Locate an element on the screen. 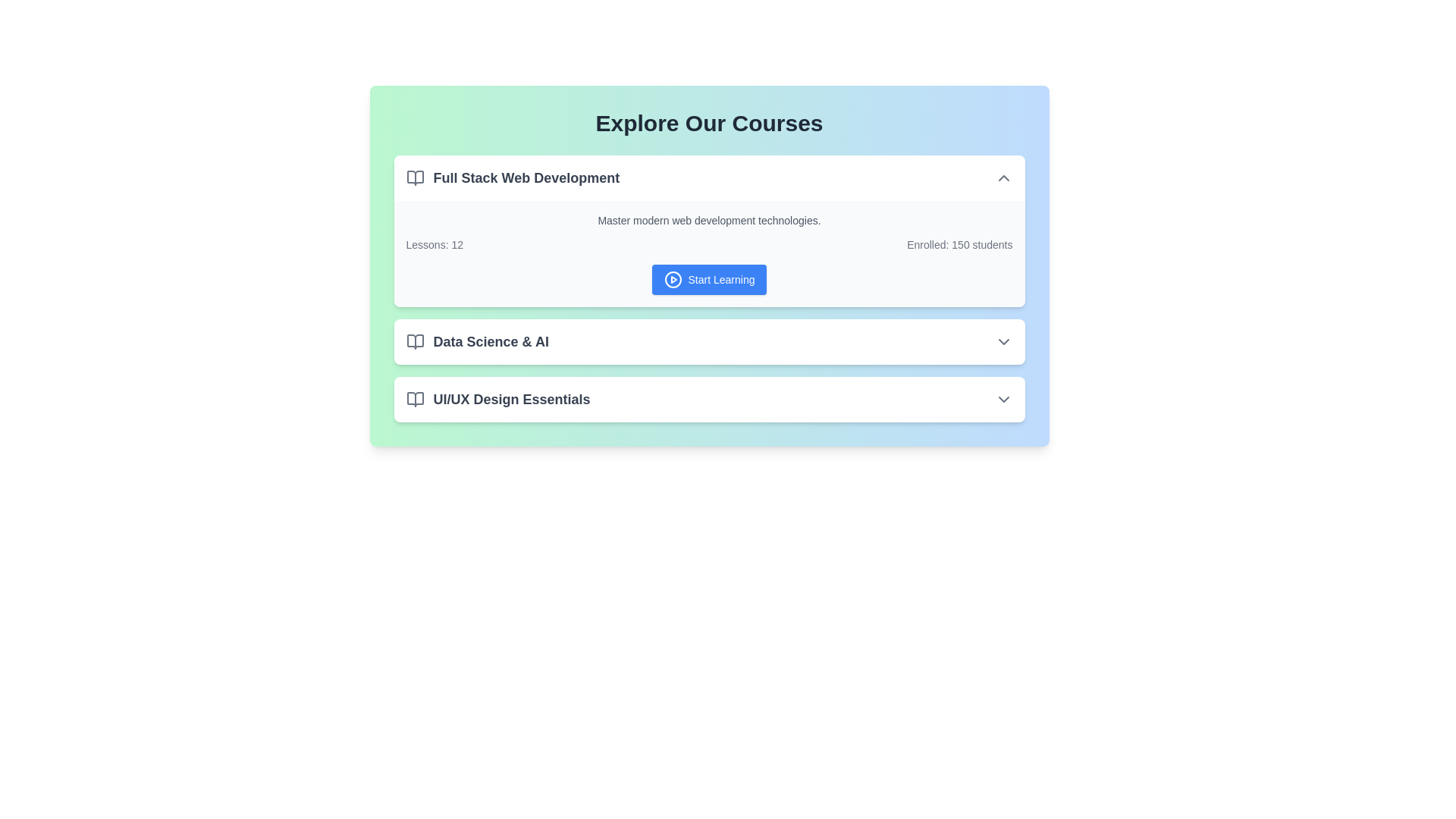  the gray-colored text segment located at the top of the 'Full Stack Web Development' course overview card, which appears under the course title and above additional information is located at coordinates (708, 220).